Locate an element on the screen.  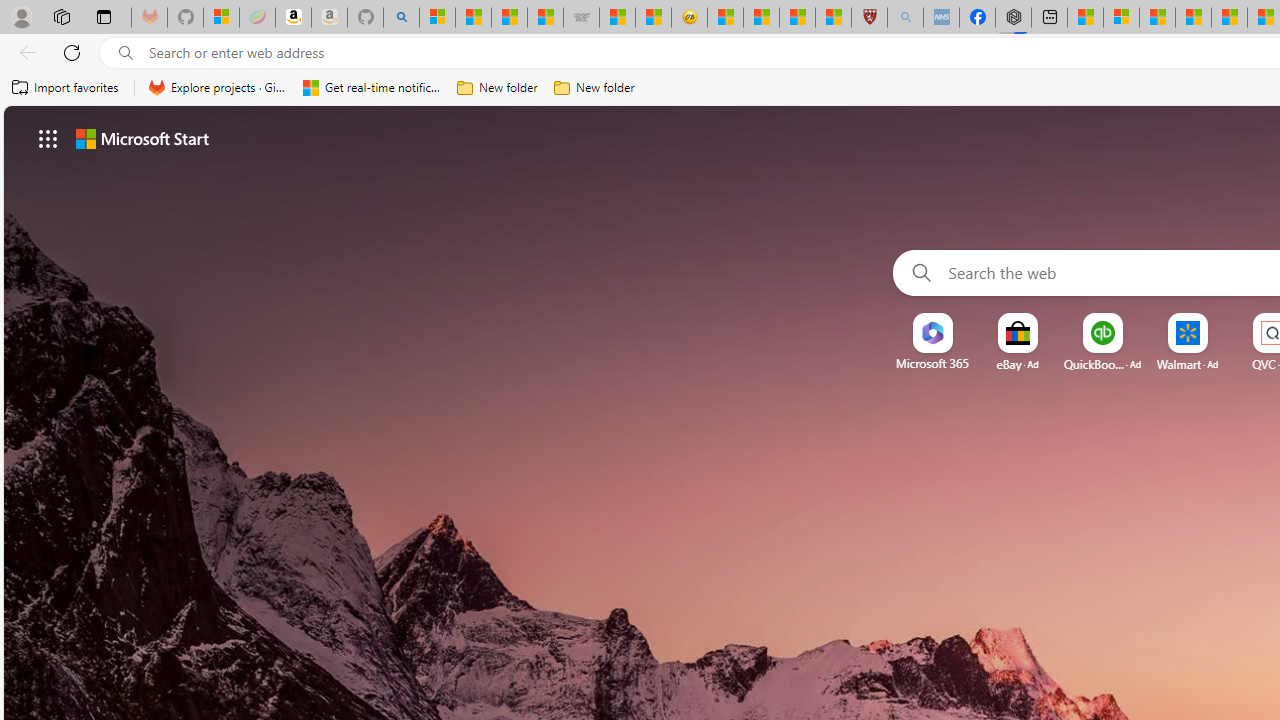
'Search icon' is located at coordinates (125, 52).